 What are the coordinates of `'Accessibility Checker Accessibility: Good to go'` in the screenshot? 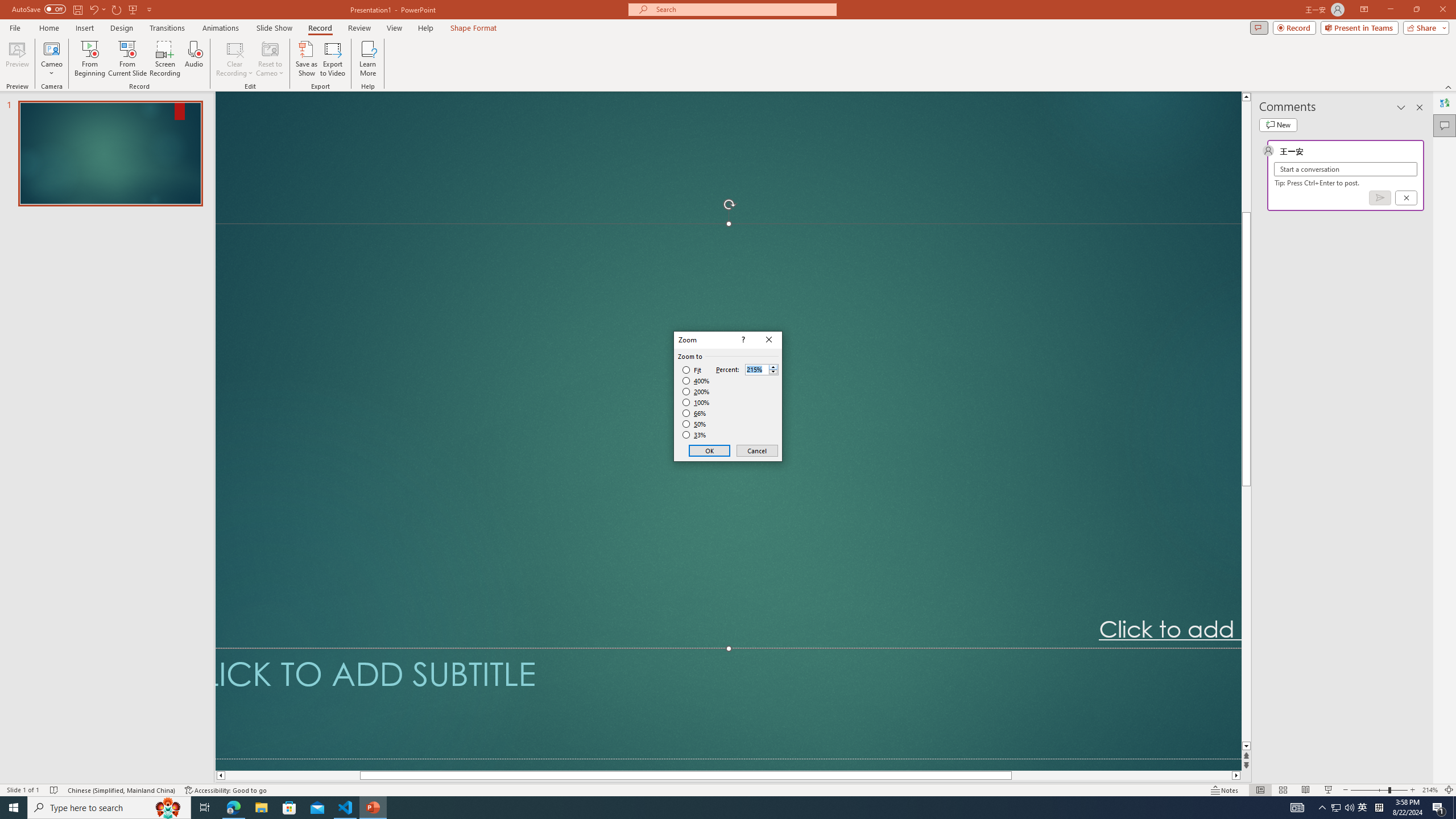 It's located at (226, 790).